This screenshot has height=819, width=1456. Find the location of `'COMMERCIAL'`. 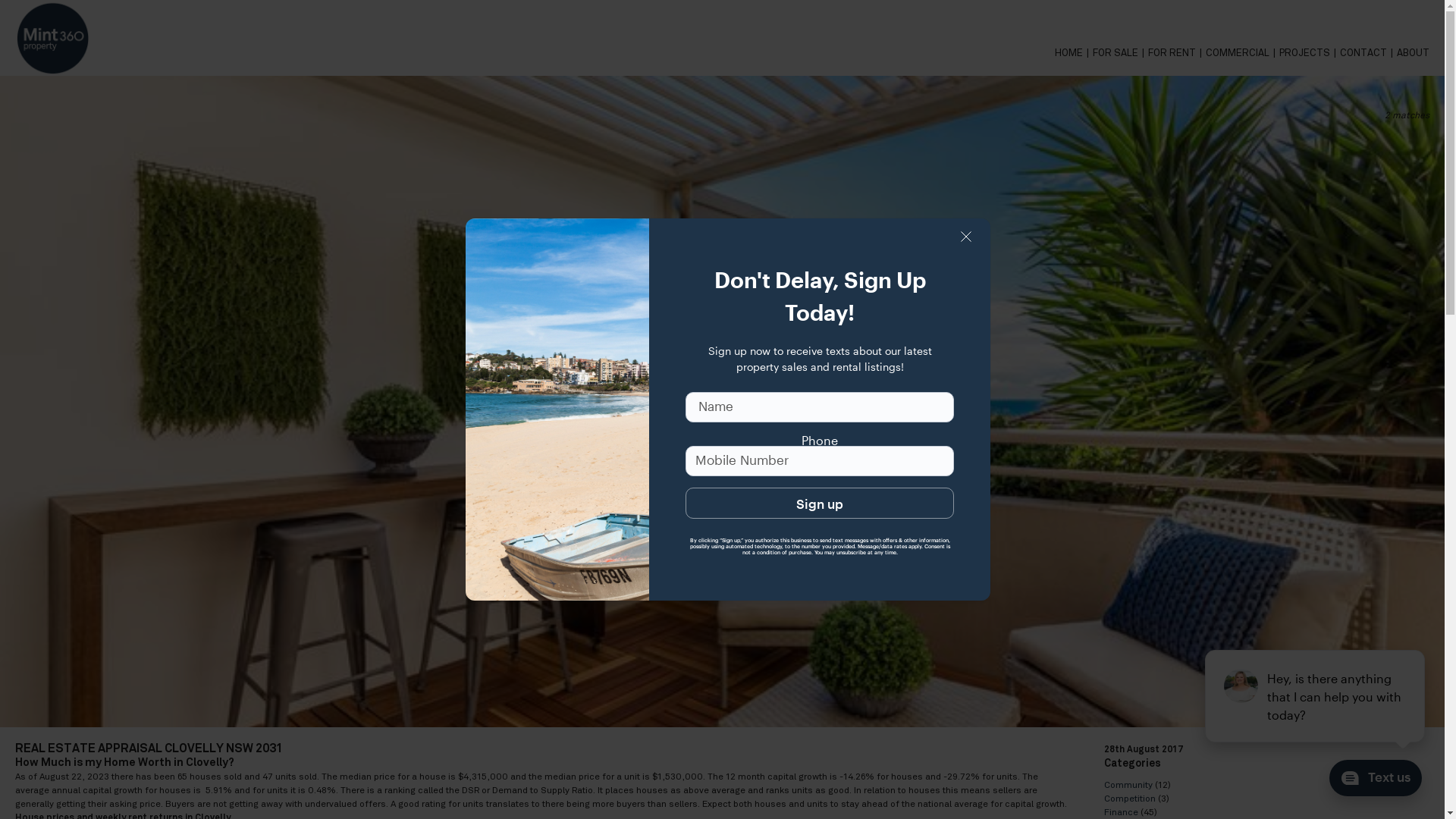

'COMMERCIAL' is located at coordinates (1204, 52).